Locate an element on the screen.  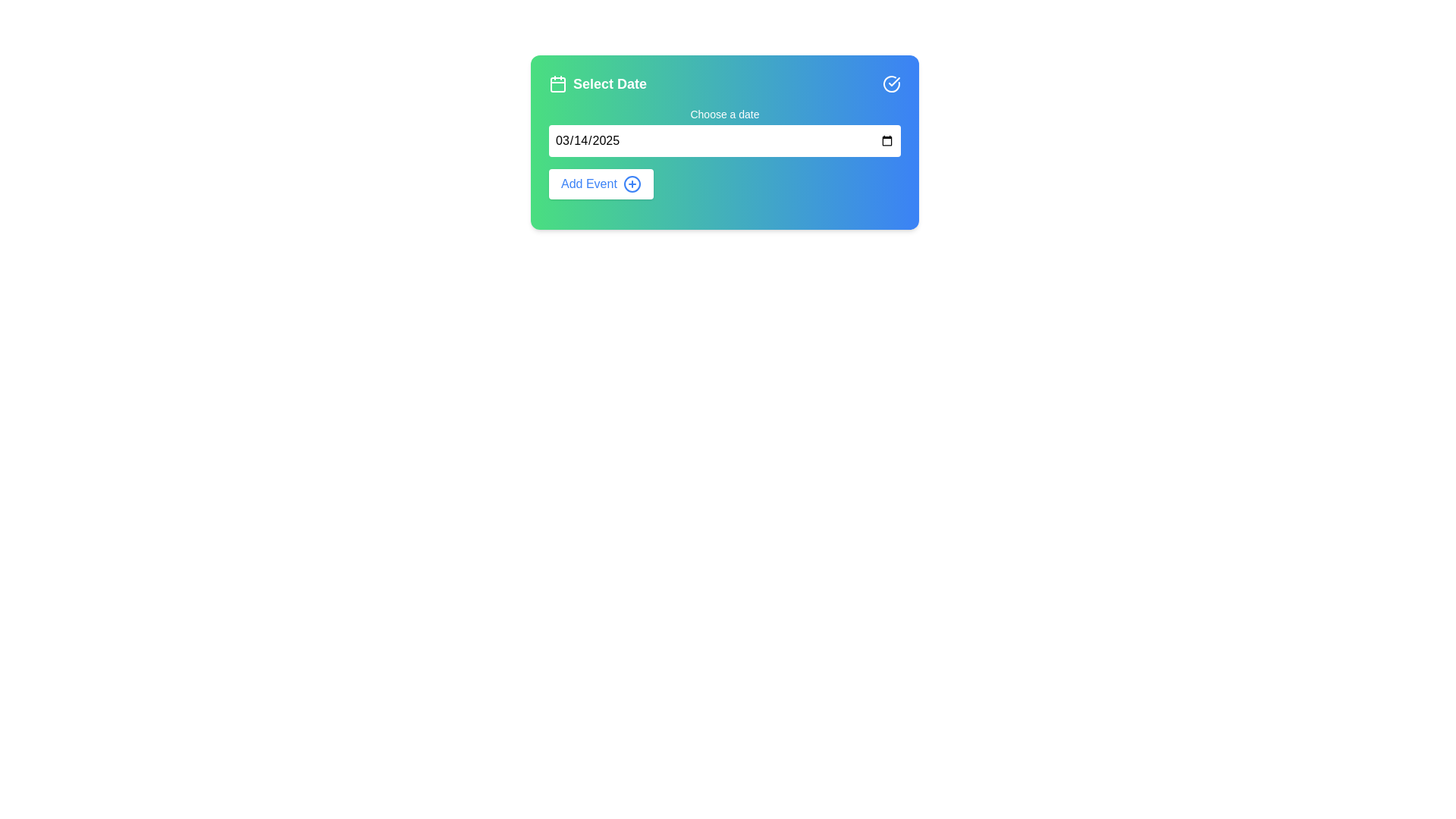
the completion or confirmation icon located at the top-right corner of the 'Select Date' section, adjacent to the calendar input is located at coordinates (892, 84).